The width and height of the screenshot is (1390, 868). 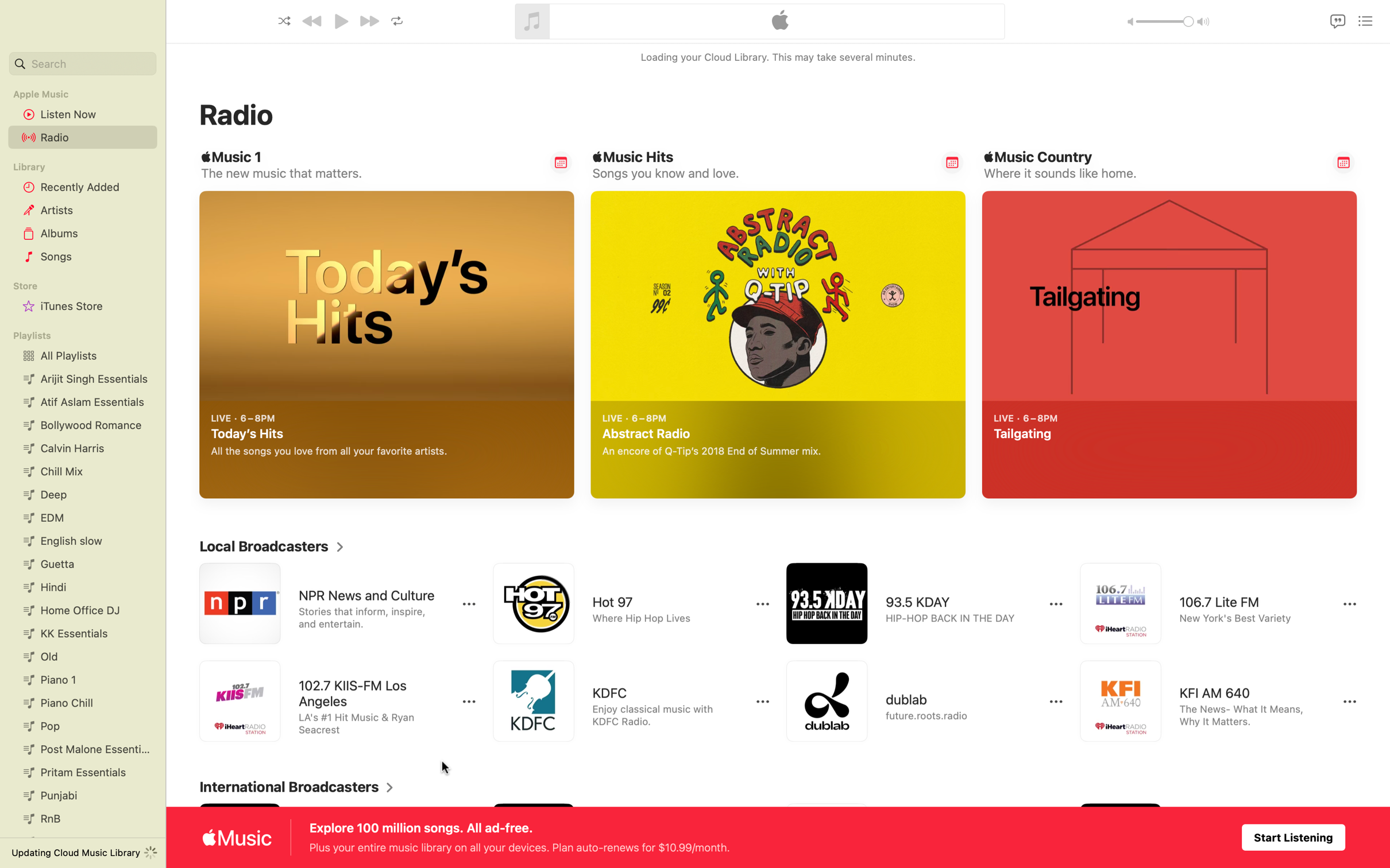 I want to click on View full list of international radio stations, so click(x=296, y=787).